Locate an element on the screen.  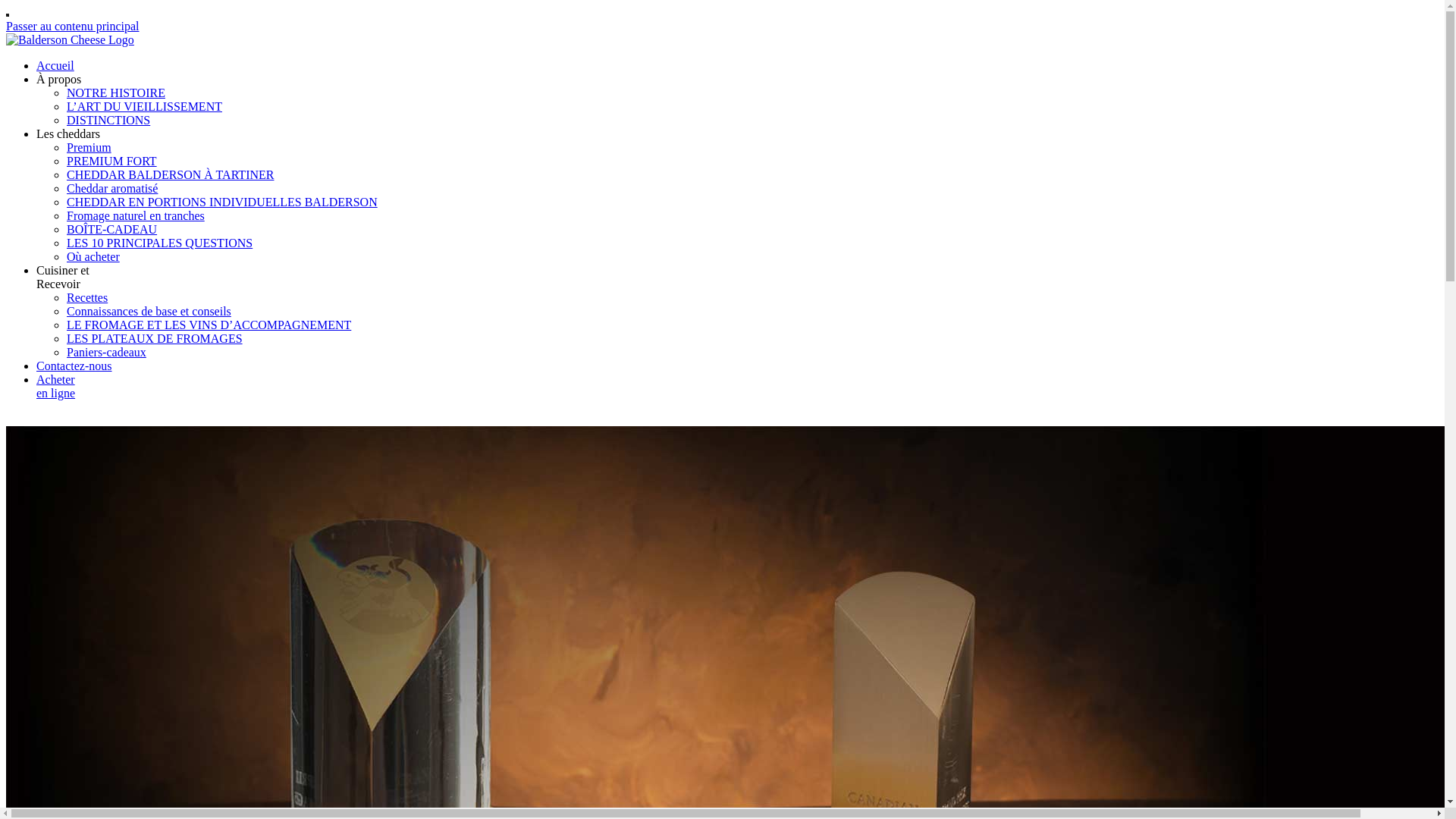
'Paniers-cadeaux' is located at coordinates (105, 352).